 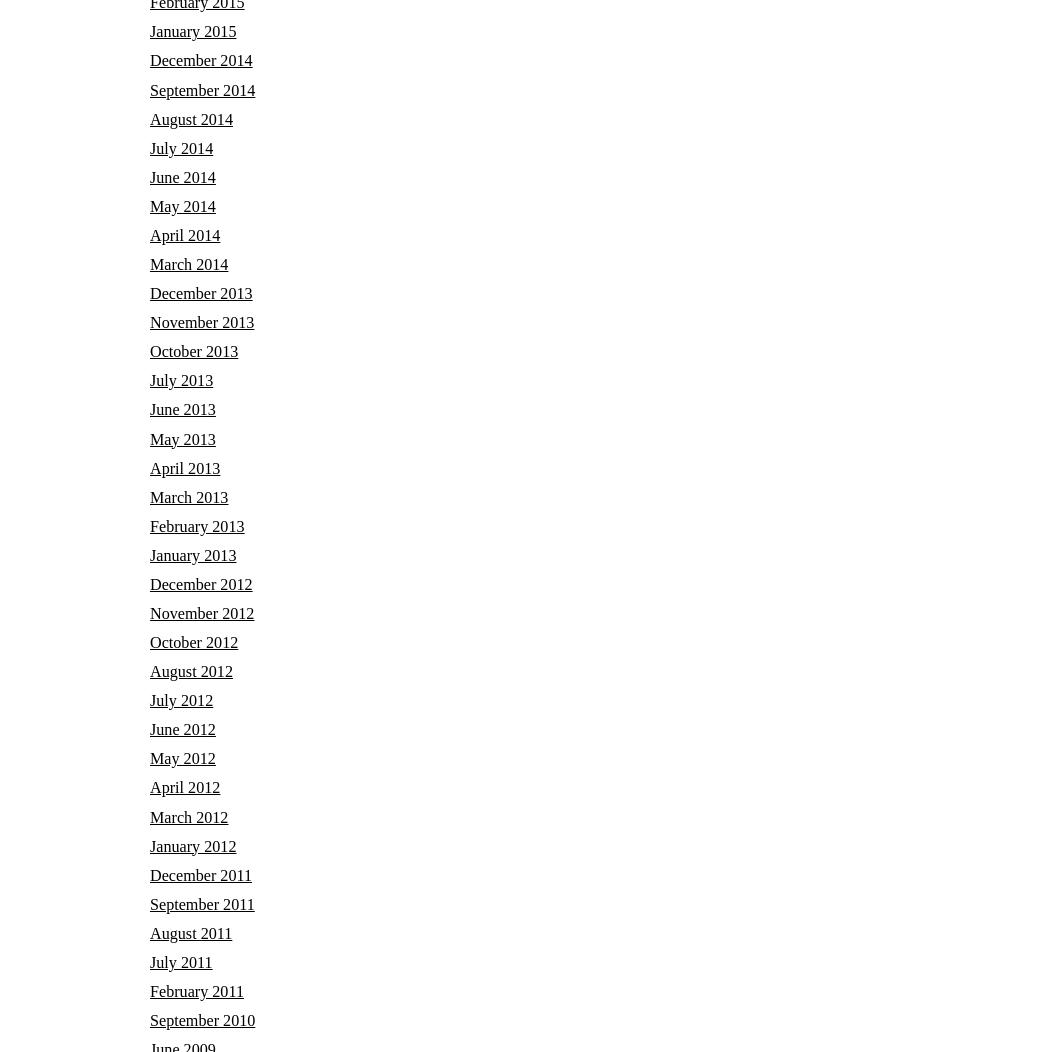 What do you see at coordinates (185, 786) in the screenshot?
I see `'April 2012'` at bounding box center [185, 786].